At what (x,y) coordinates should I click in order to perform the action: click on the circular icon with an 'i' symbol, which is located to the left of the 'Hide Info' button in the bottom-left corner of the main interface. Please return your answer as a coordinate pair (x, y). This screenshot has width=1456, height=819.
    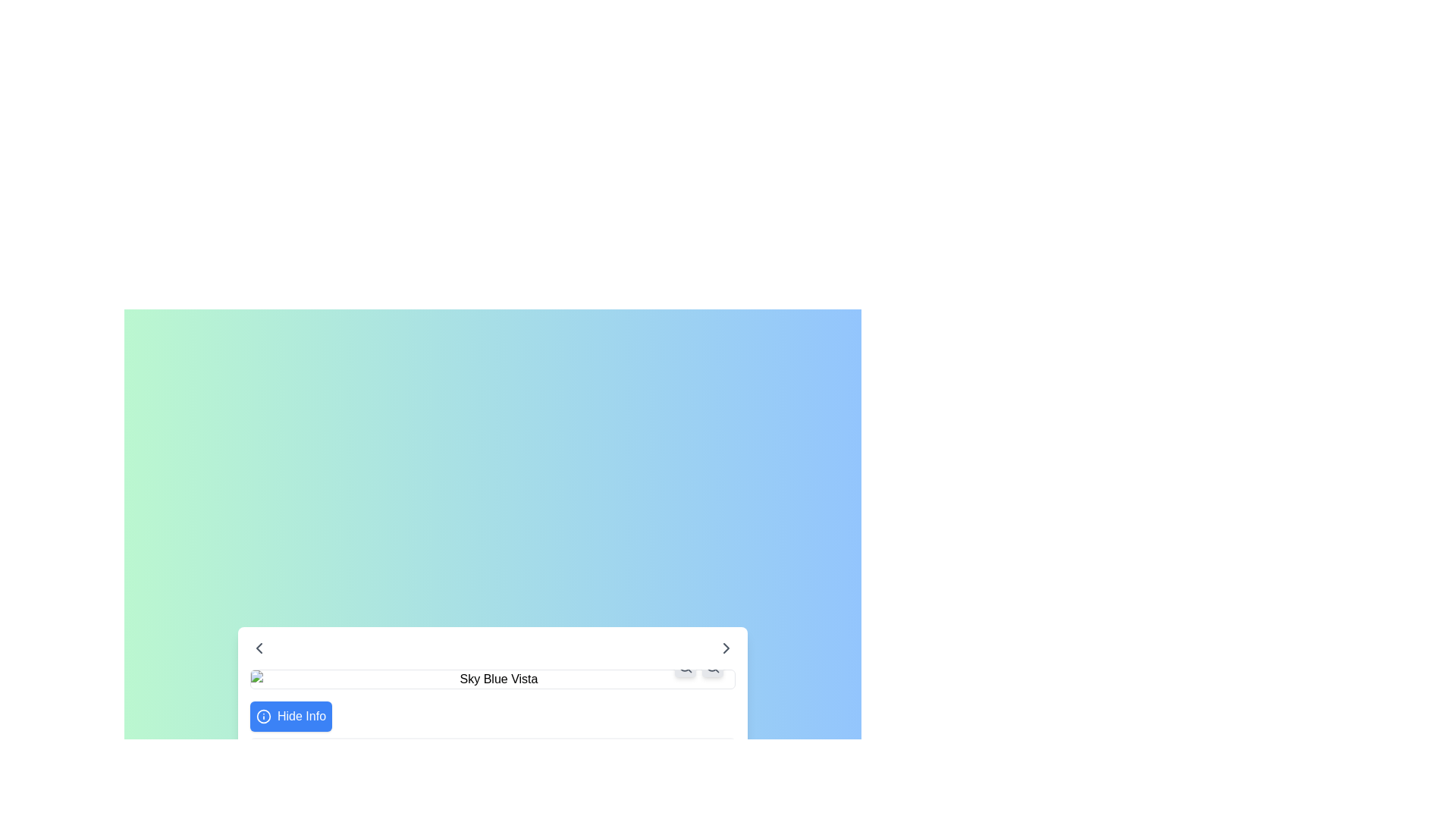
    Looking at the image, I should click on (263, 717).